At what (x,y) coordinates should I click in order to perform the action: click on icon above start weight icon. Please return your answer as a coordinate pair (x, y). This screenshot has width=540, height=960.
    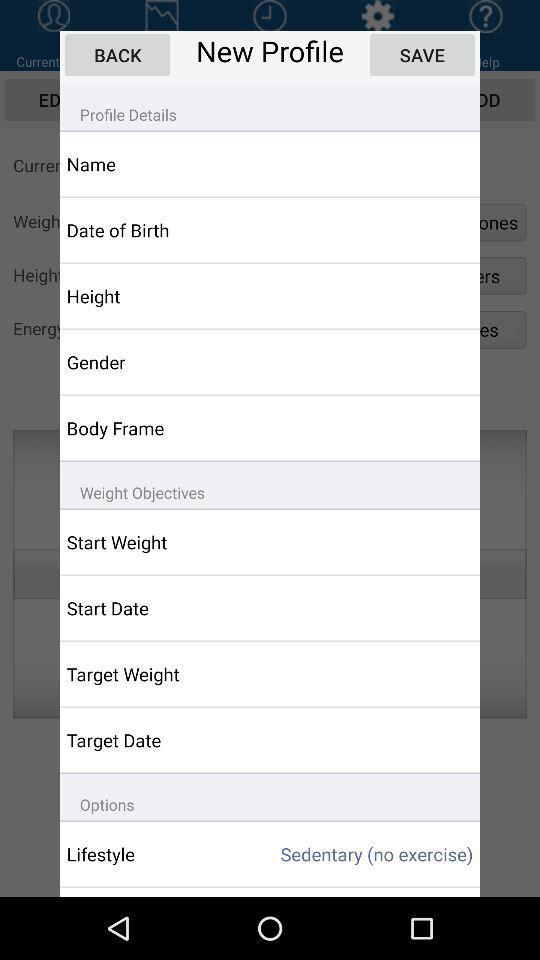
    Looking at the image, I should click on (270, 484).